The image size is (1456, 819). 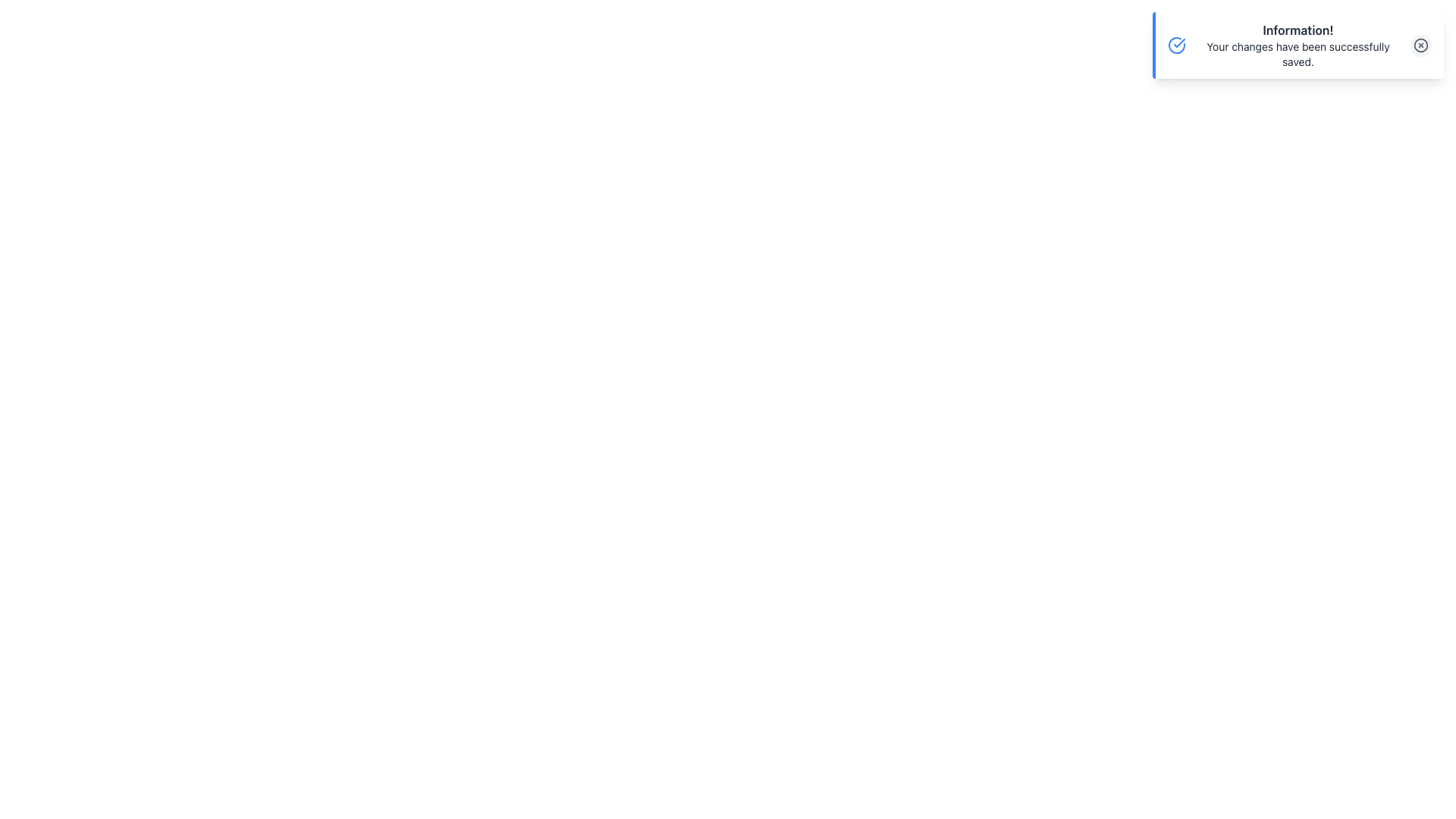 I want to click on the small circular button with an 'X' icon at the top-right corner of the notification box, so click(x=1420, y=45).